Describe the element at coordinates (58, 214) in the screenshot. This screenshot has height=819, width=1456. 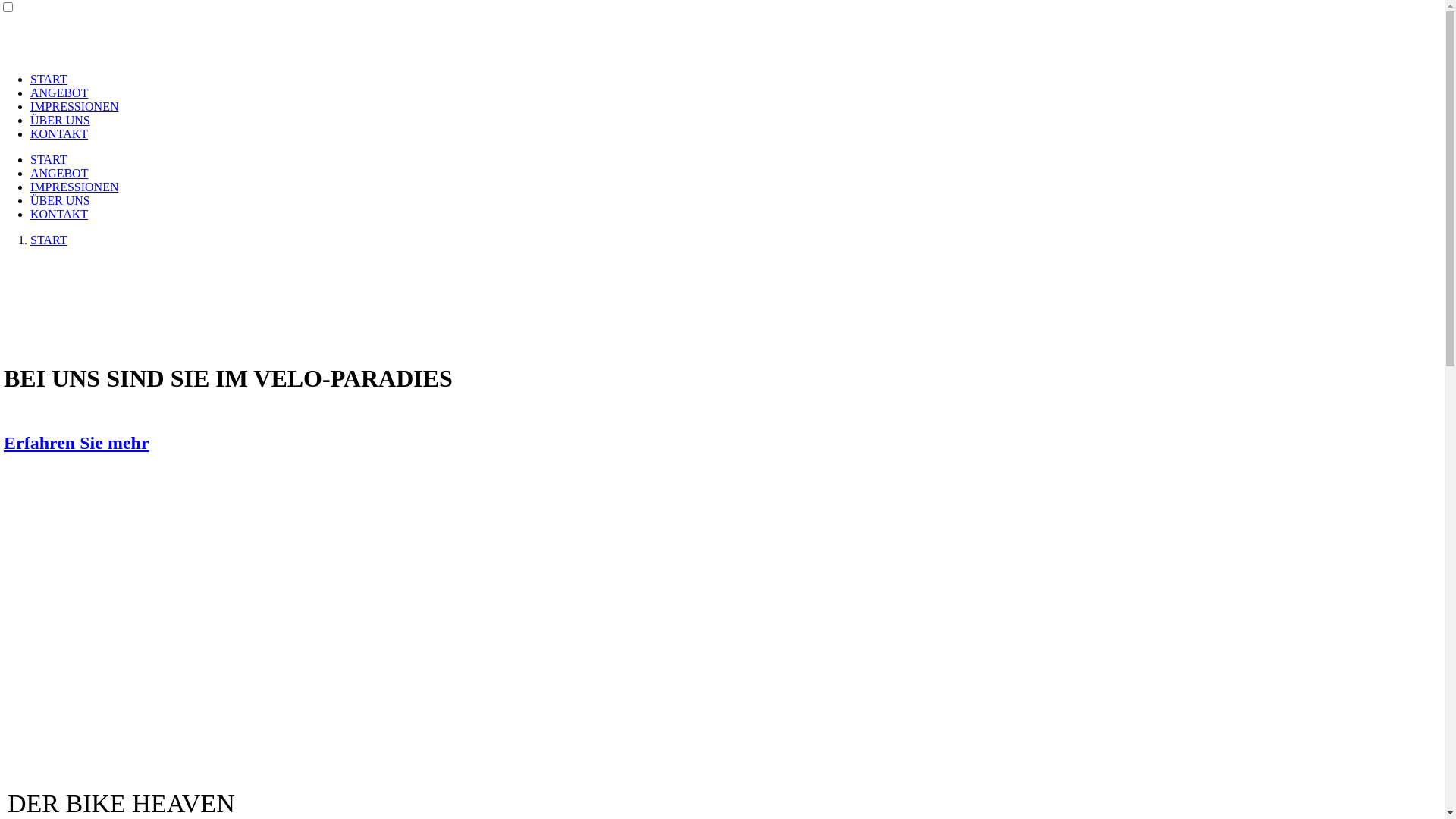
I see `'KONTAKT'` at that location.